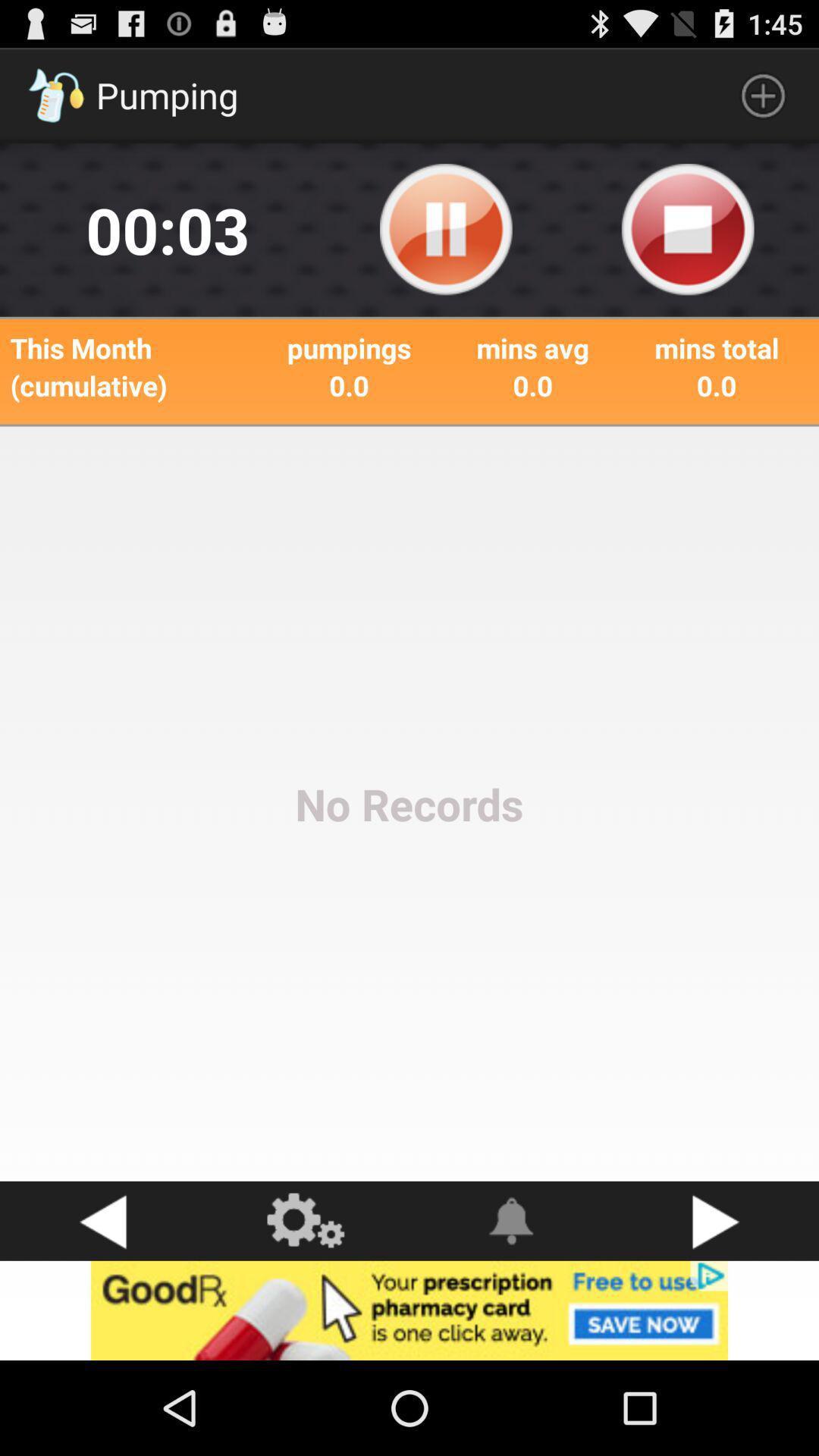 The image size is (819, 1456). Describe the element at coordinates (307, 1221) in the screenshot. I see `see more options` at that location.